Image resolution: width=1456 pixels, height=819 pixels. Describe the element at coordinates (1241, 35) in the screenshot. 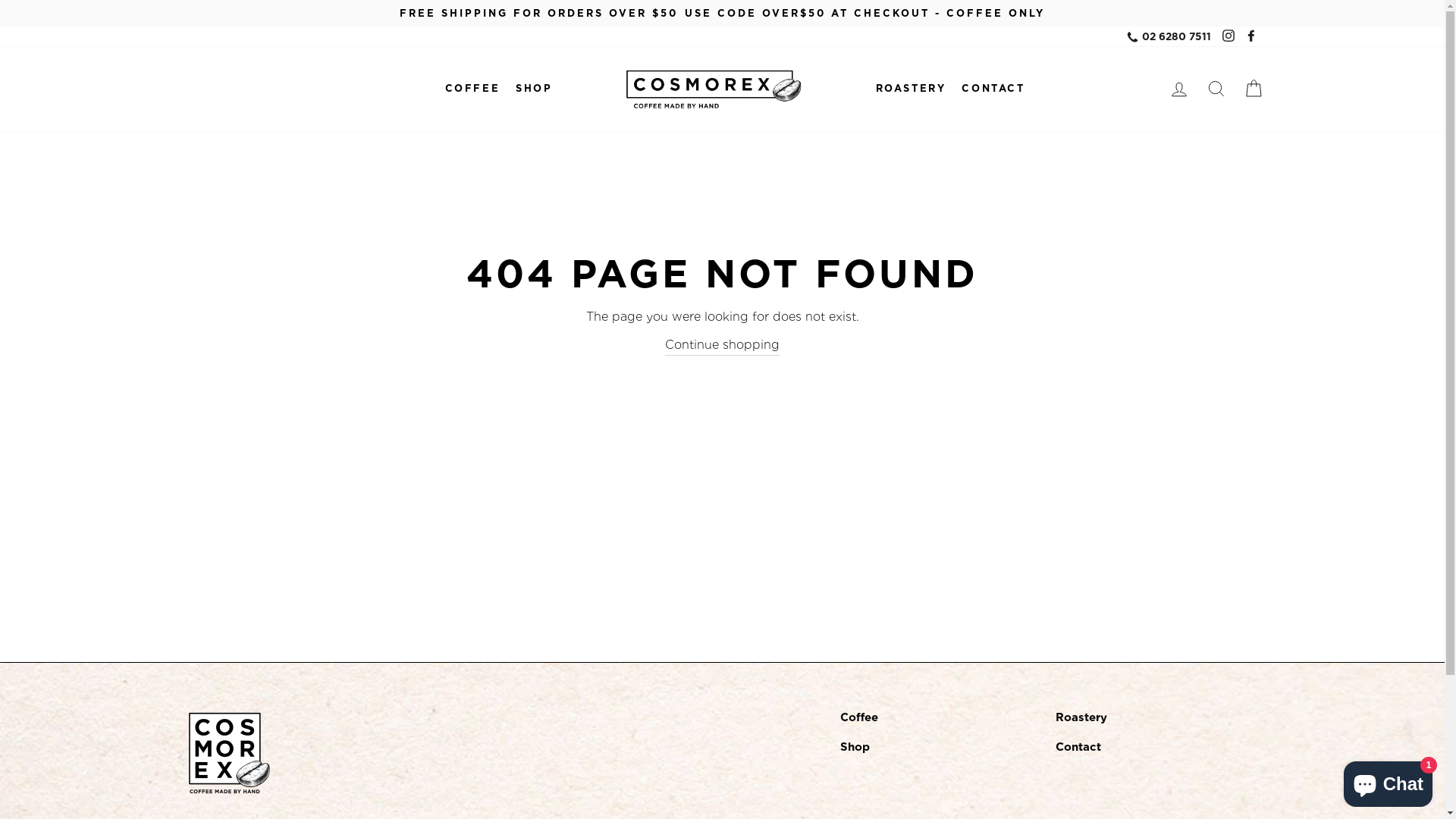

I see `'Facebook'` at that location.